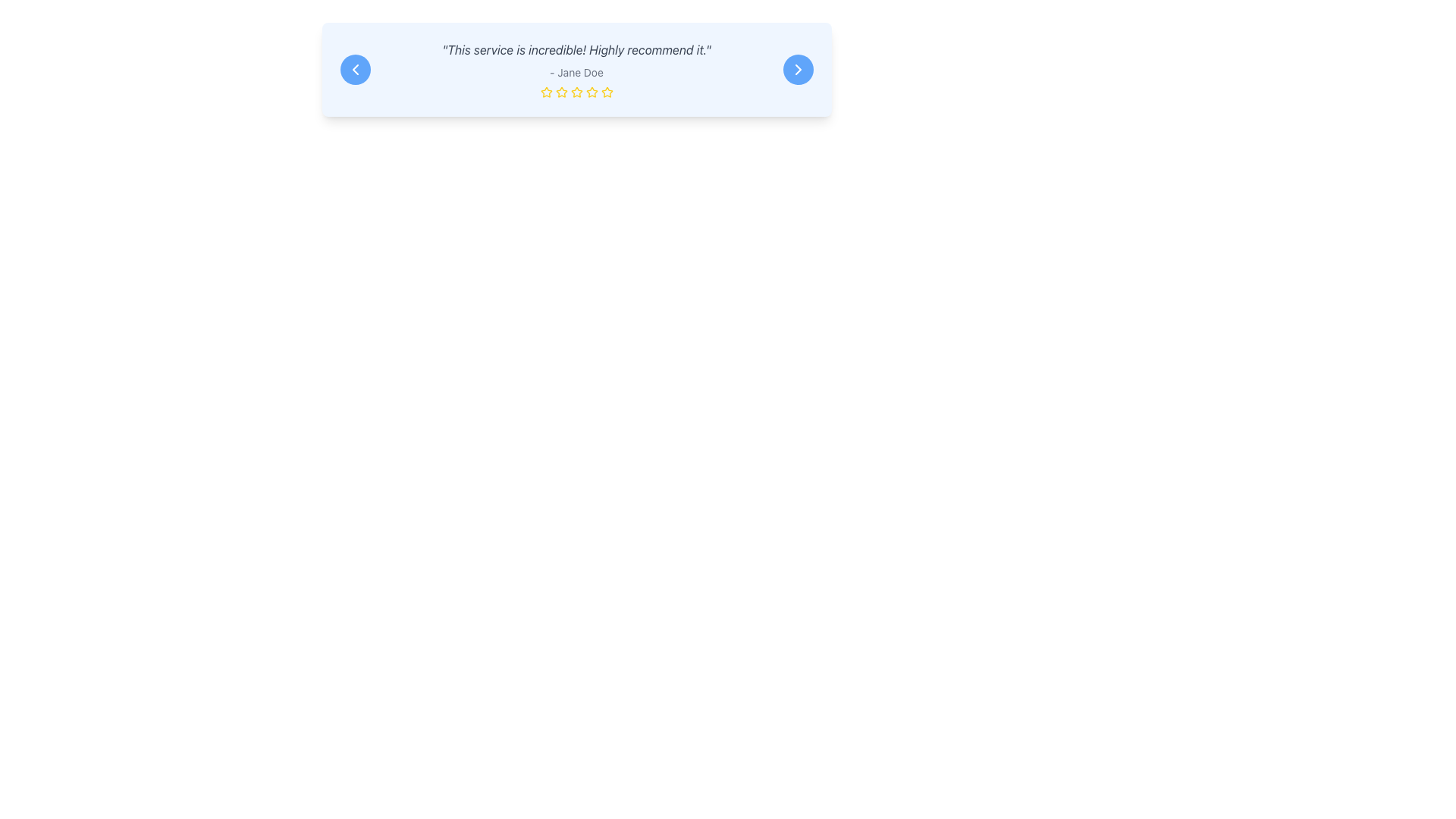 The image size is (1456, 819). Describe the element at coordinates (797, 70) in the screenshot. I see `the navigation icon located inside the circular button at the top-right corner of the card-style interface` at that location.